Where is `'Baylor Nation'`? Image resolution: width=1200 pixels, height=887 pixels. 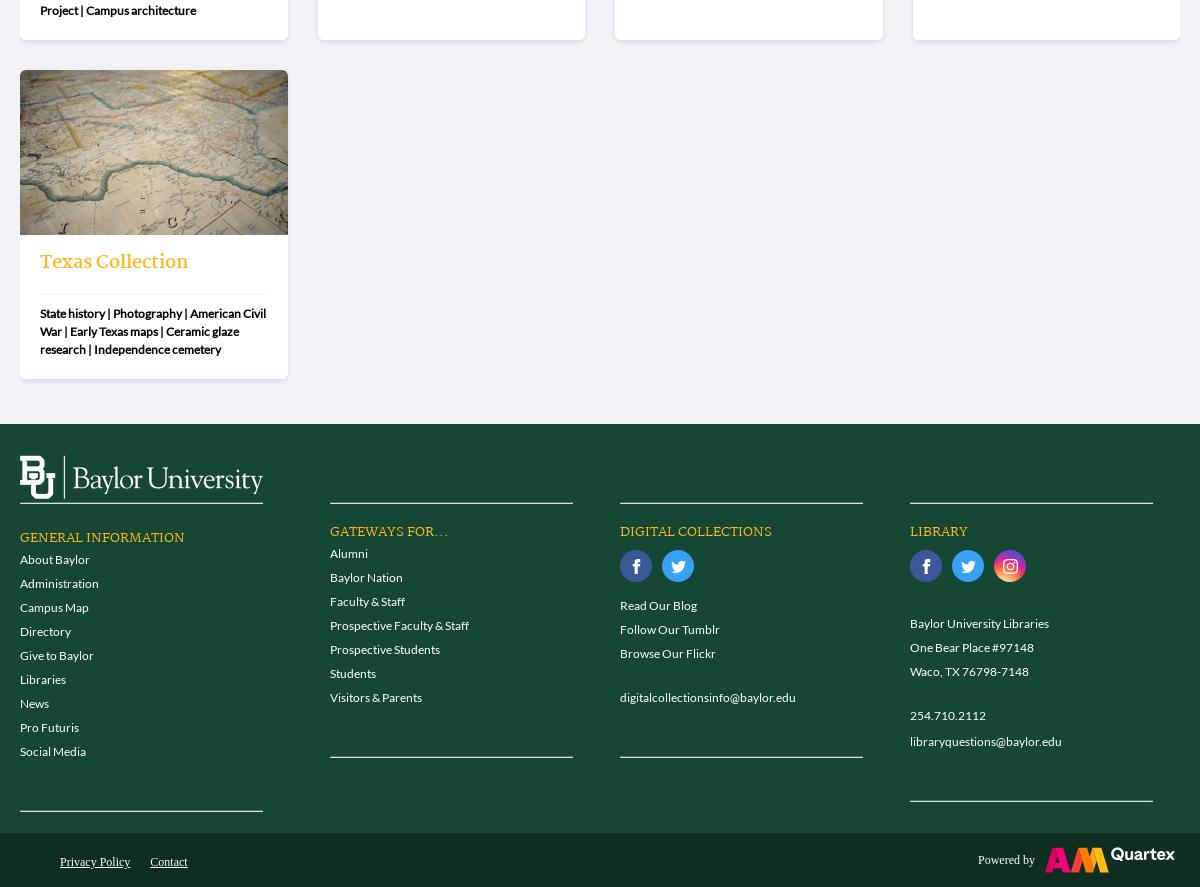 'Baylor Nation' is located at coordinates (366, 576).